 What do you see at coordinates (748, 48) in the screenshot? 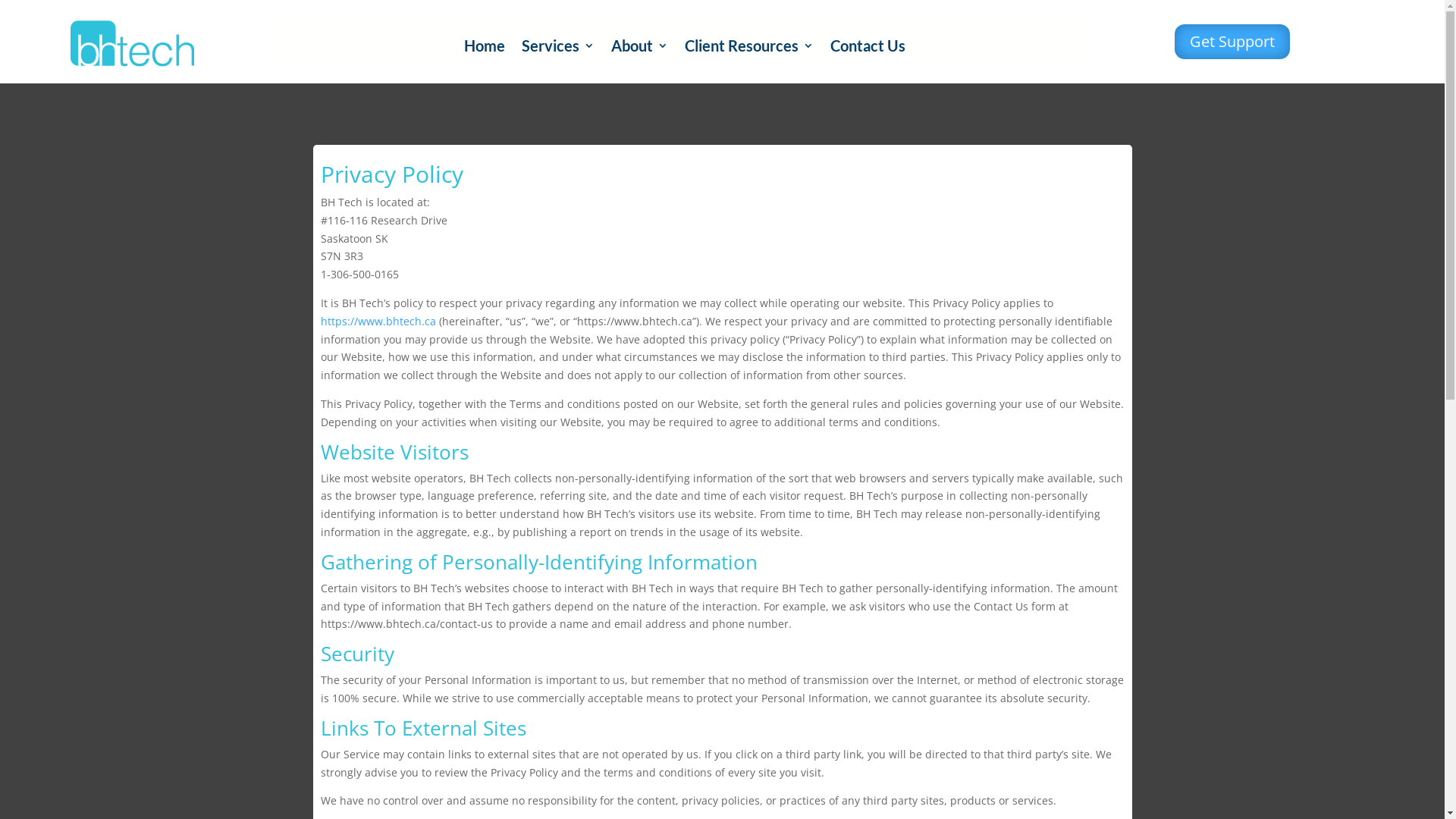
I see `'Client Resources'` at bounding box center [748, 48].